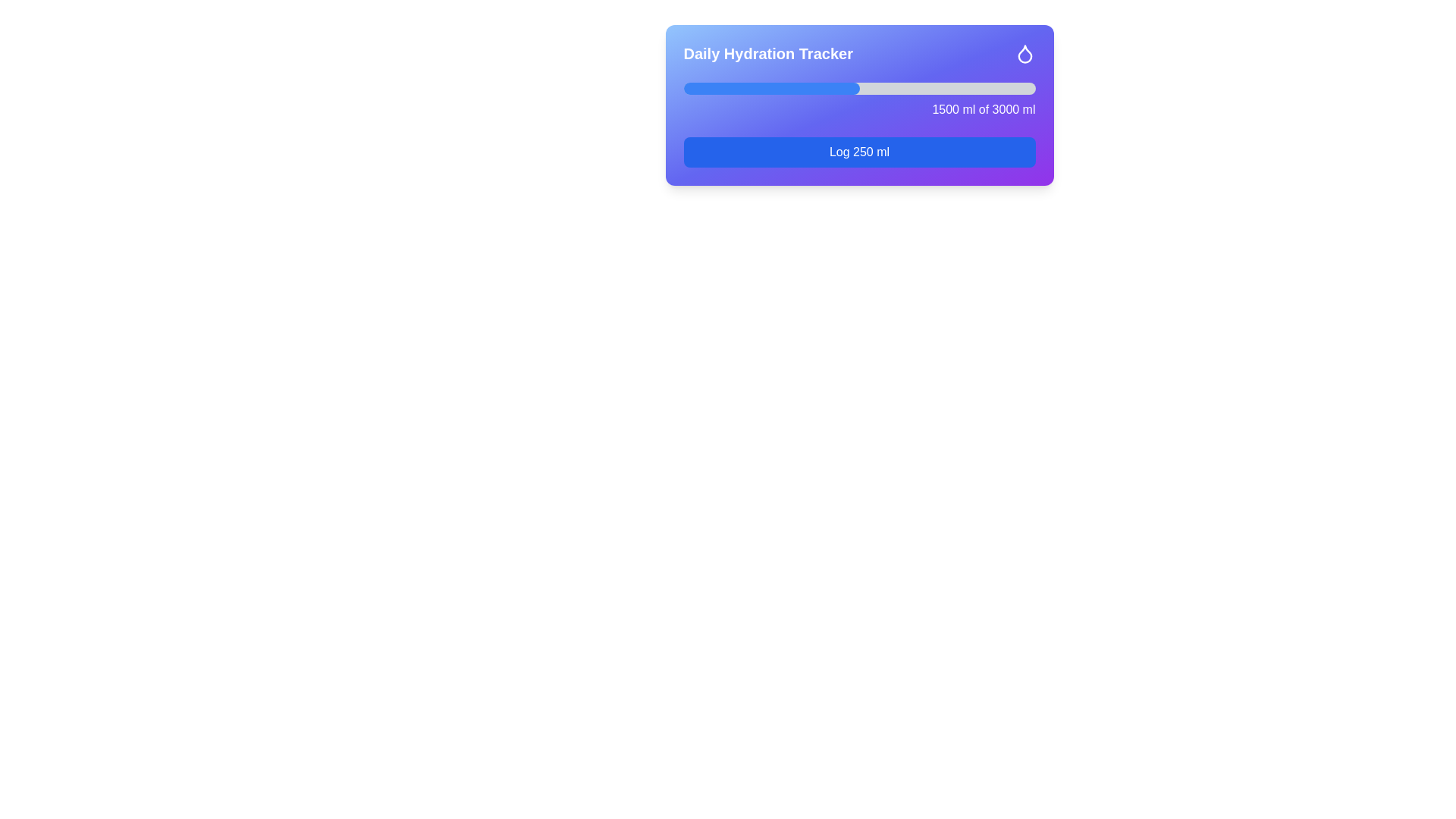 The width and height of the screenshot is (1456, 819). What do you see at coordinates (859, 100) in the screenshot?
I see `the hydration progress bar located below the 'Daily Hydration Tracker' header and above the 'Log 250 ml' button` at bounding box center [859, 100].